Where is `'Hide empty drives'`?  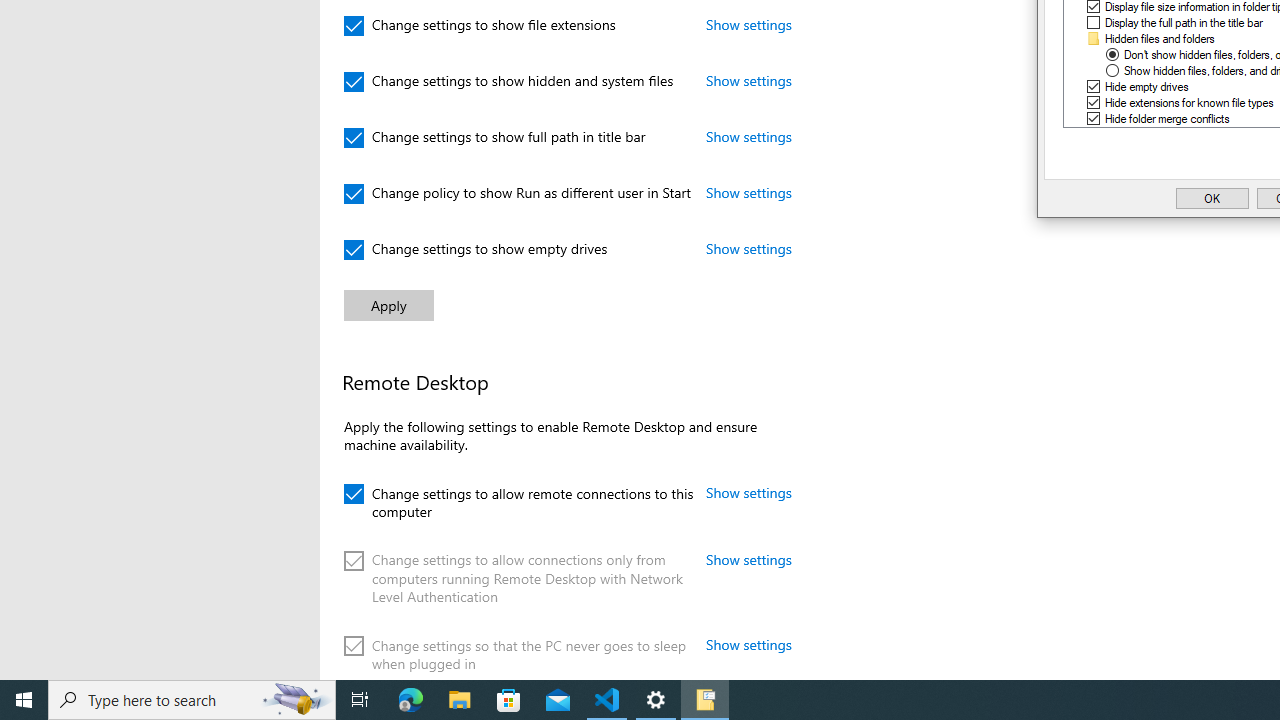
'Hide empty drives' is located at coordinates (1146, 86).